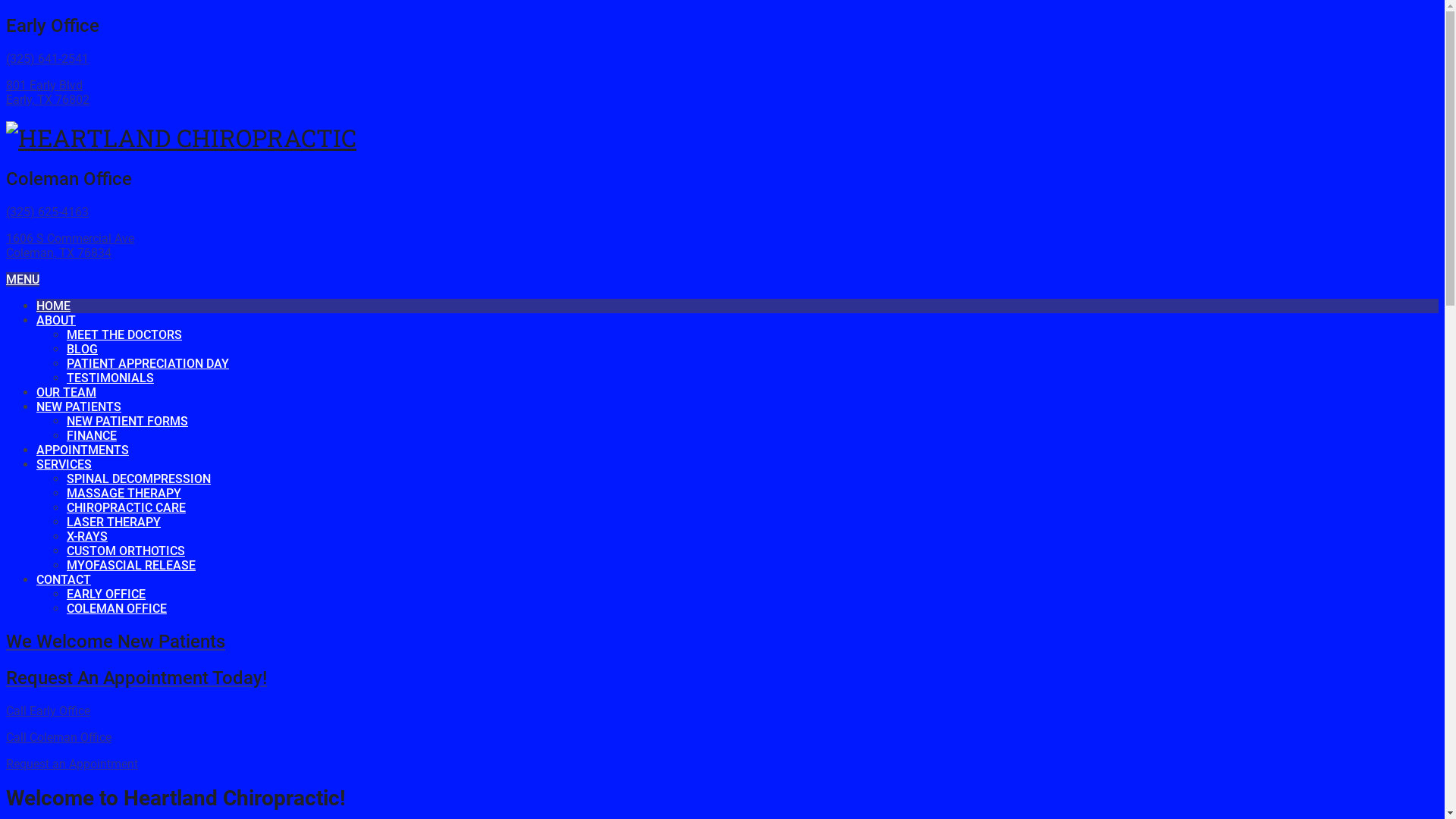  What do you see at coordinates (71, 764) in the screenshot?
I see `'Request an Appointment'` at bounding box center [71, 764].